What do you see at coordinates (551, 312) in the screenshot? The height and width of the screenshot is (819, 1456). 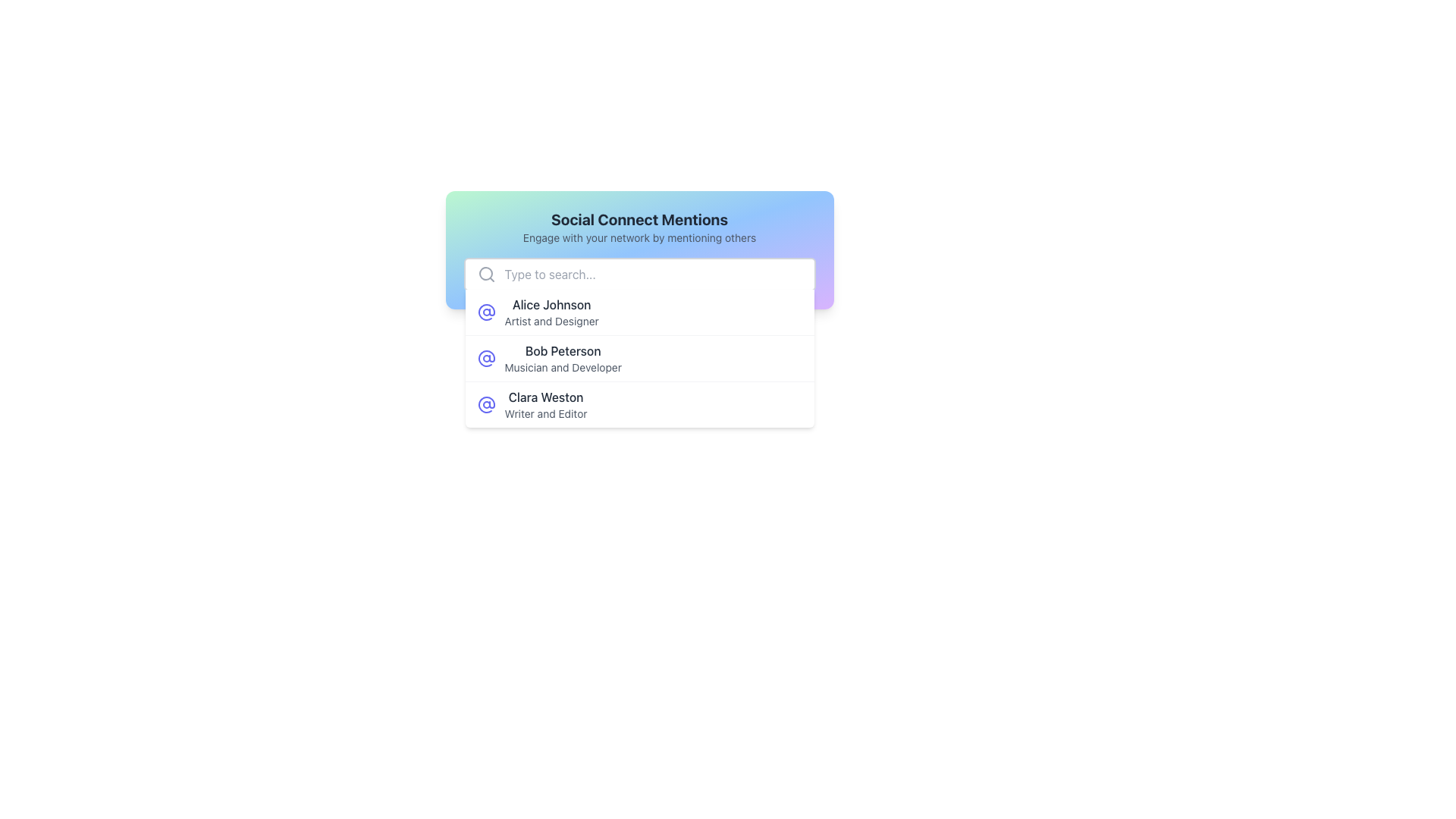 I see `the text label displaying the name and profession of the user suggested by the 'Social Connect Mentions' tool, located in the first item of the dropdown panel, below the input search box and above 'Bob Peterson'` at bounding box center [551, 312].